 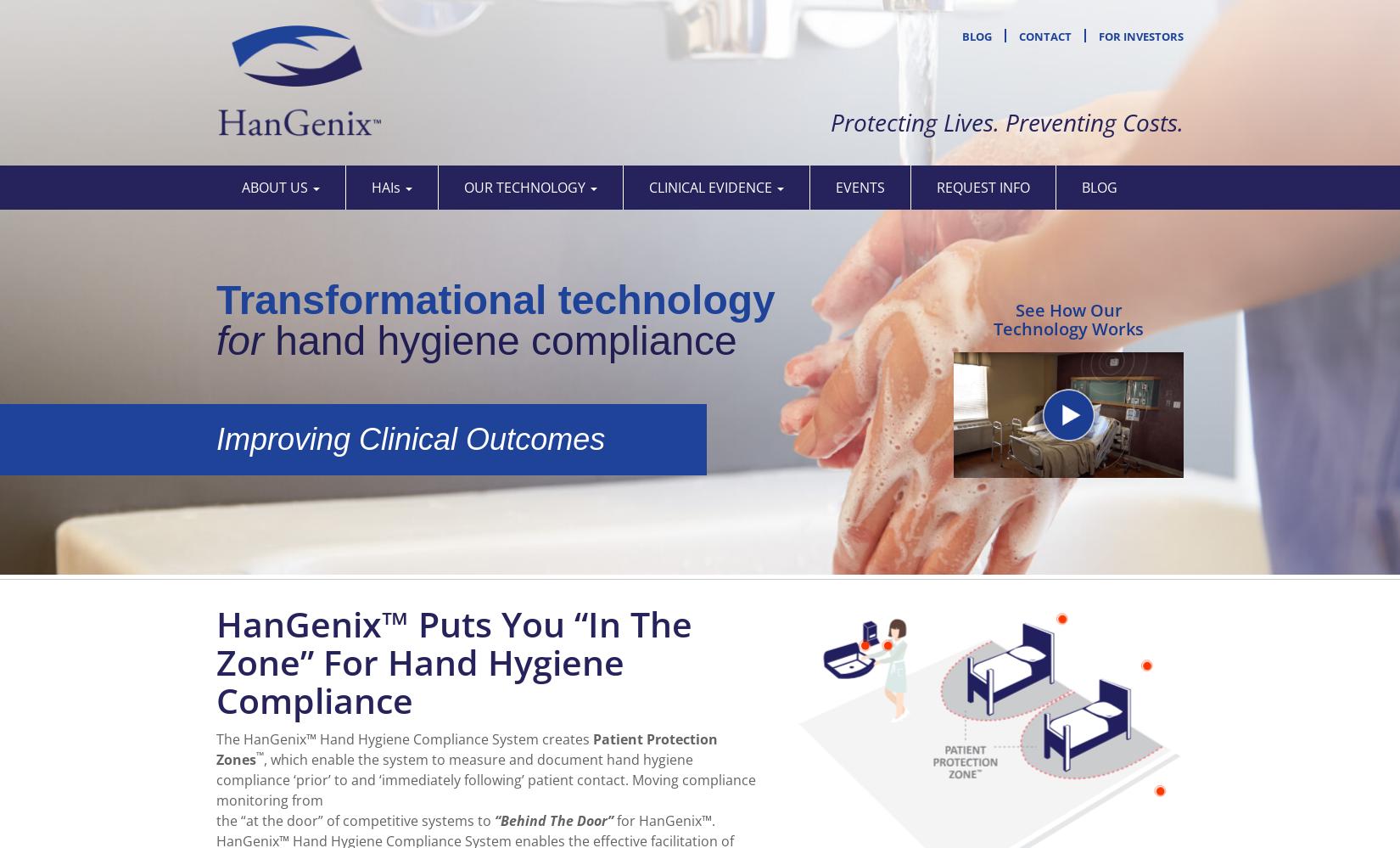 What do you see at coordinates (493, 819) in the screenshot?
I see `'“Behind The Door”'` at bounding box center [493, 819].